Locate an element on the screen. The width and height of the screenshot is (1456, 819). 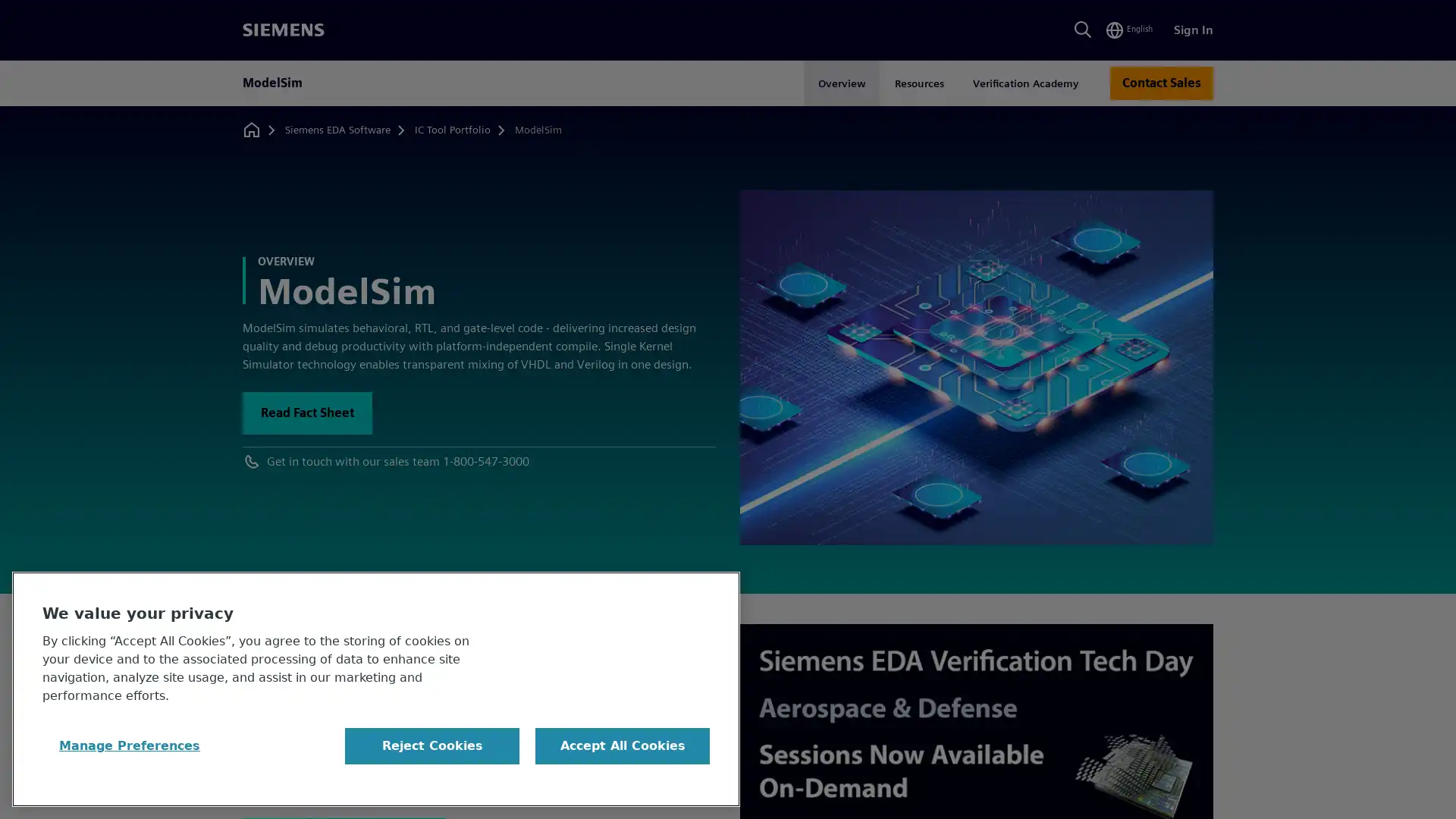
Search is located at coordinates (1081, 30).